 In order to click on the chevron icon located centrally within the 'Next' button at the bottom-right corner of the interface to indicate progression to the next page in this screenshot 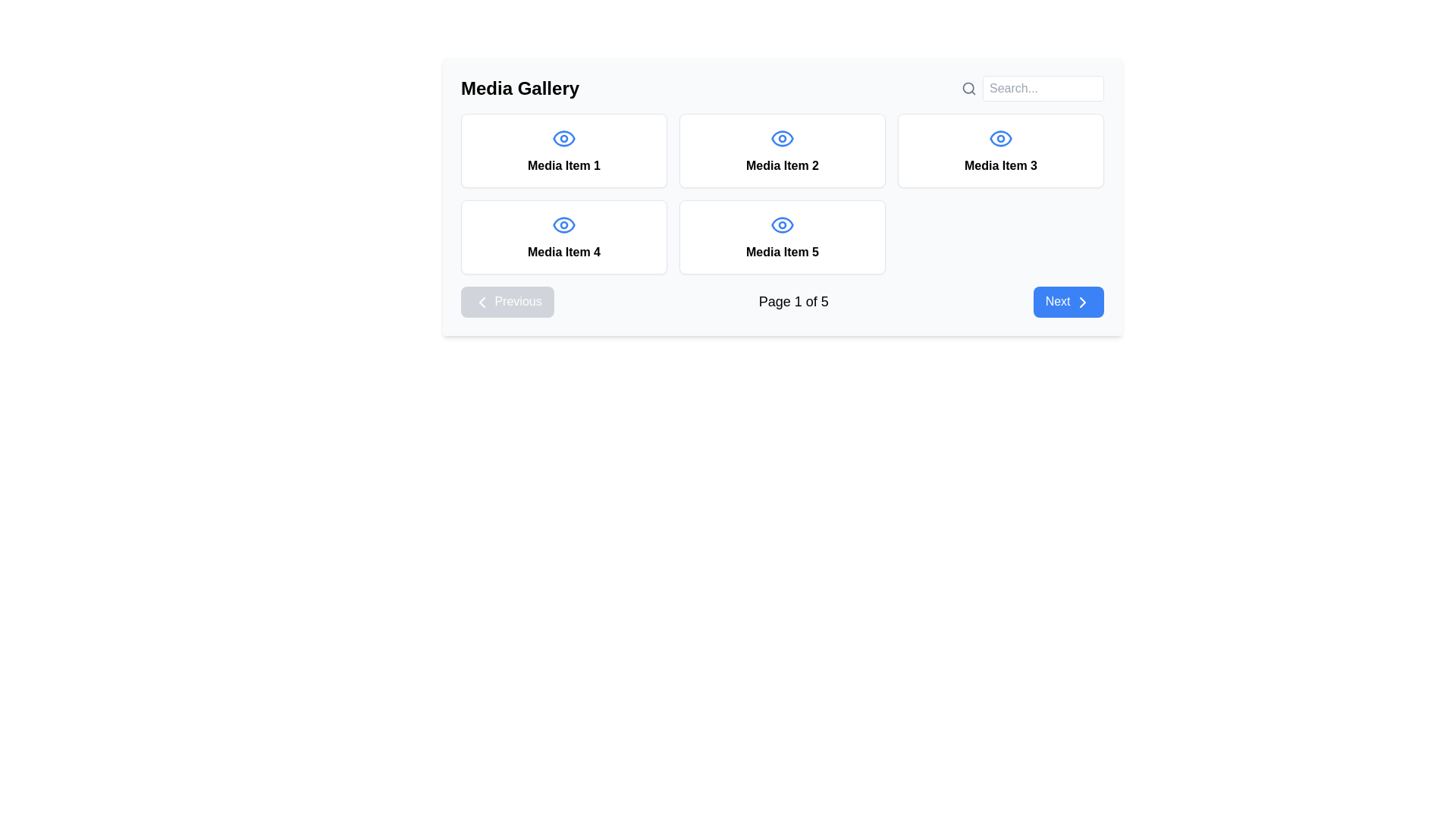, I will do `click(1081, 302)`.